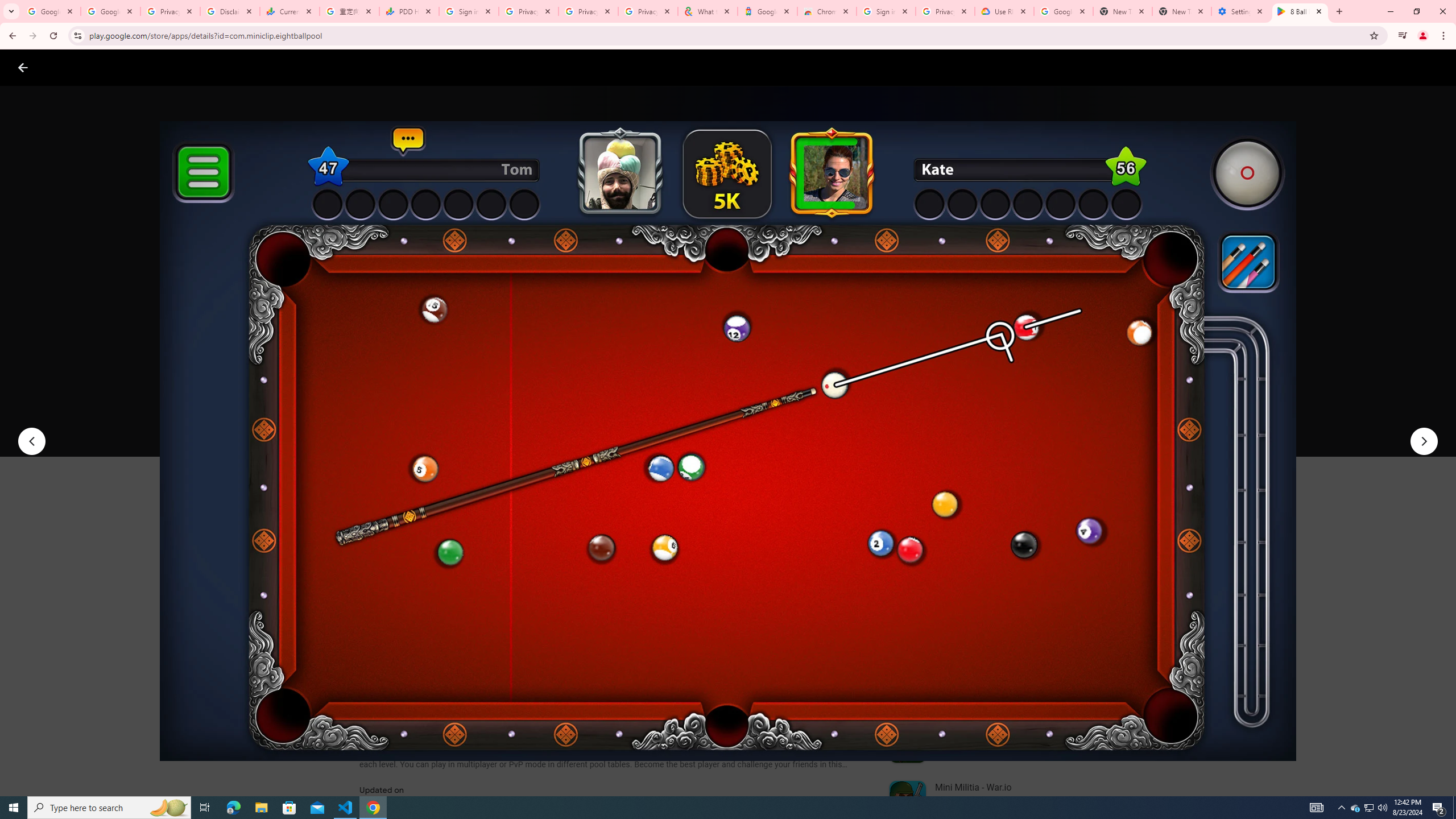 The image size is (1456, 819). Describe the element at coordinates (1424, 441) in the screenshot. I see `'Next'` at that location.